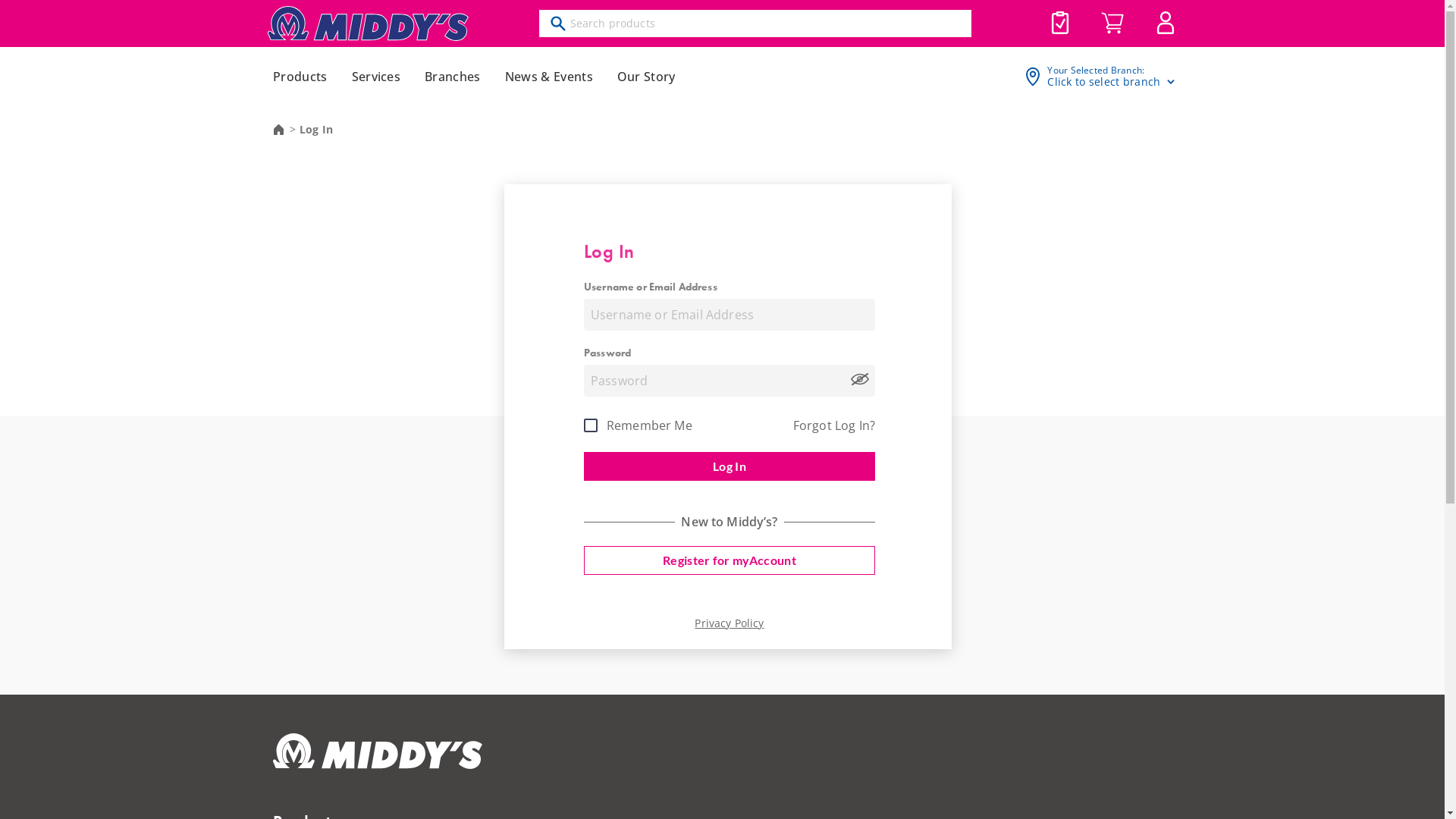 This screenshot has height=819, width=1456. I want to click on 'Forgot Log In?', so click(833, 425).